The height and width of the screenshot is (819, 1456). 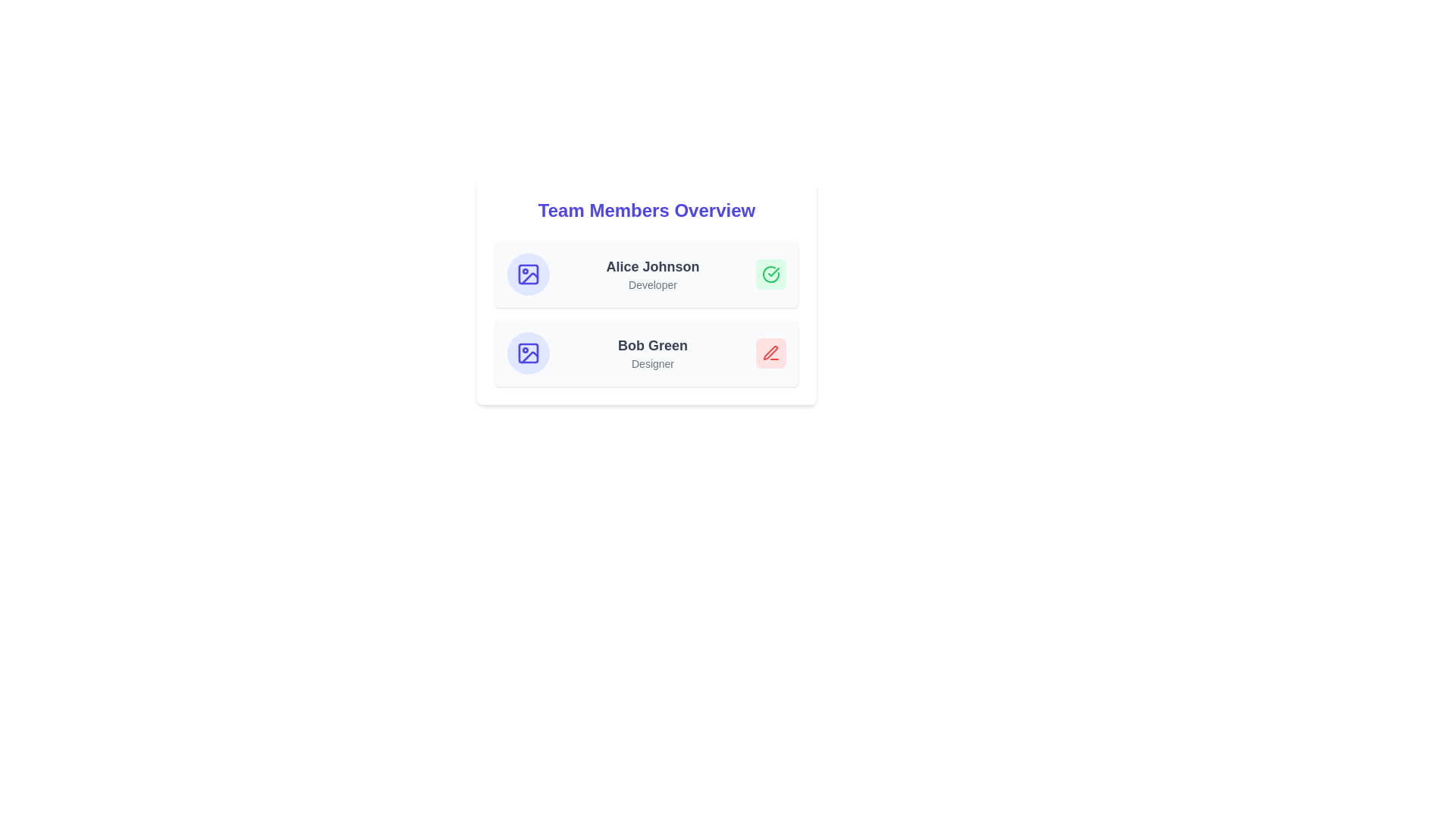 What do you see at coordinates (528, 353) in the screenshot?
I see `the profile picture placeholder for Bob Green to upload or change the profile picture` at bounding box center [528, 353].